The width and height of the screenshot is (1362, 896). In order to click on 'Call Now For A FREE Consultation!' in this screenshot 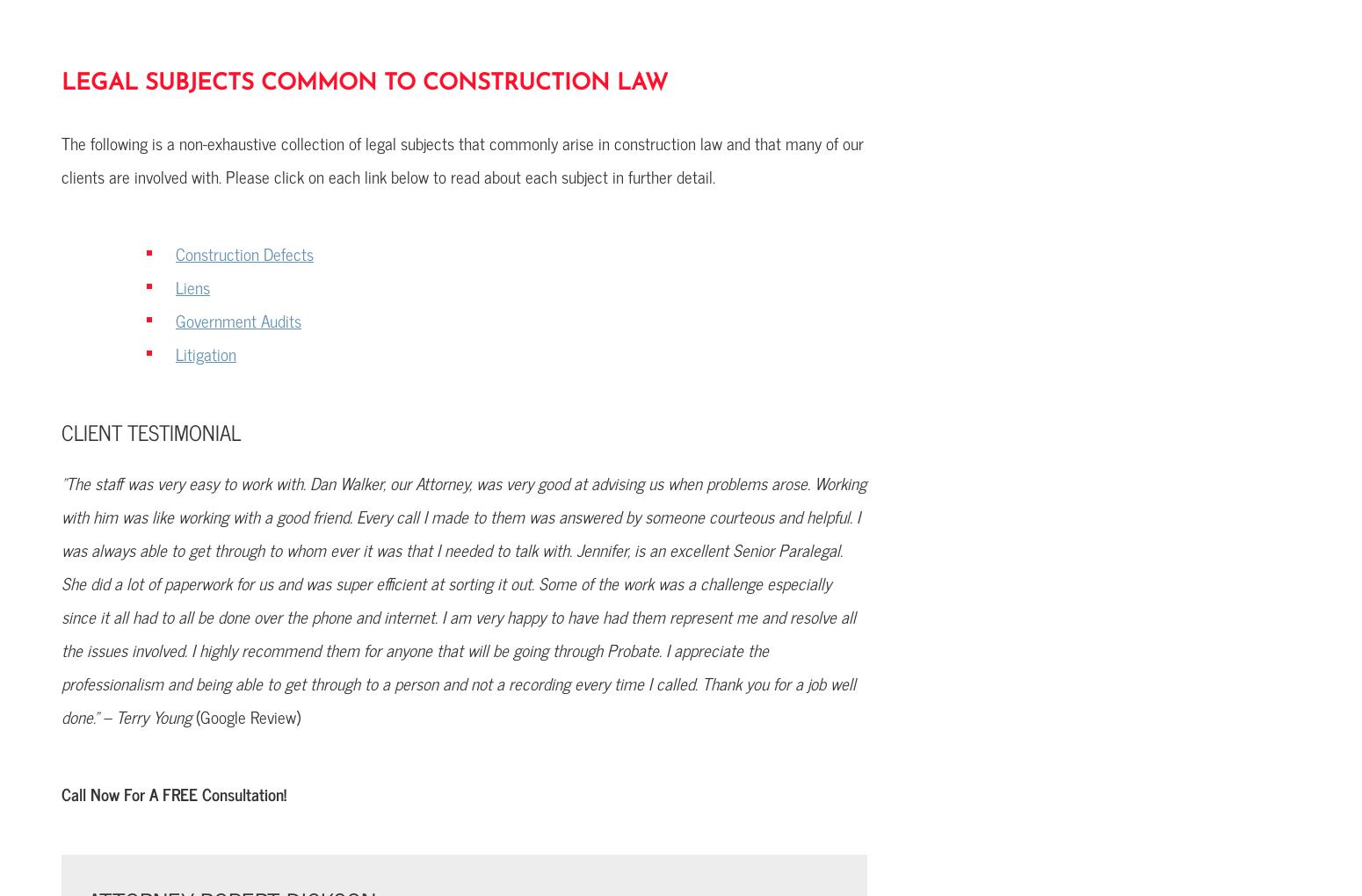, I will do `click(172, 793)`.